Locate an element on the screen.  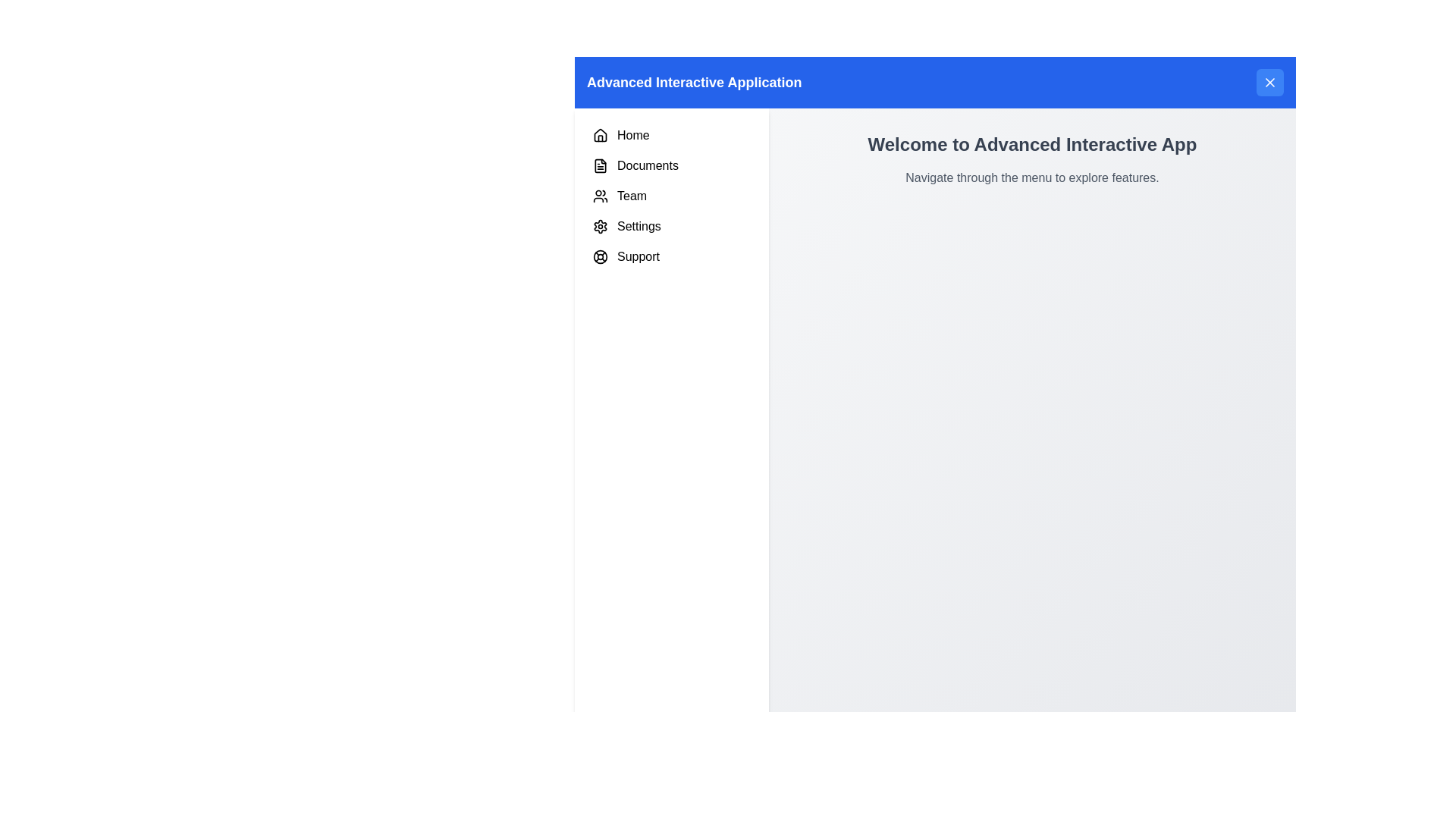
the life buoy icon in the sidebar menu is located at coordinates (600, 256).